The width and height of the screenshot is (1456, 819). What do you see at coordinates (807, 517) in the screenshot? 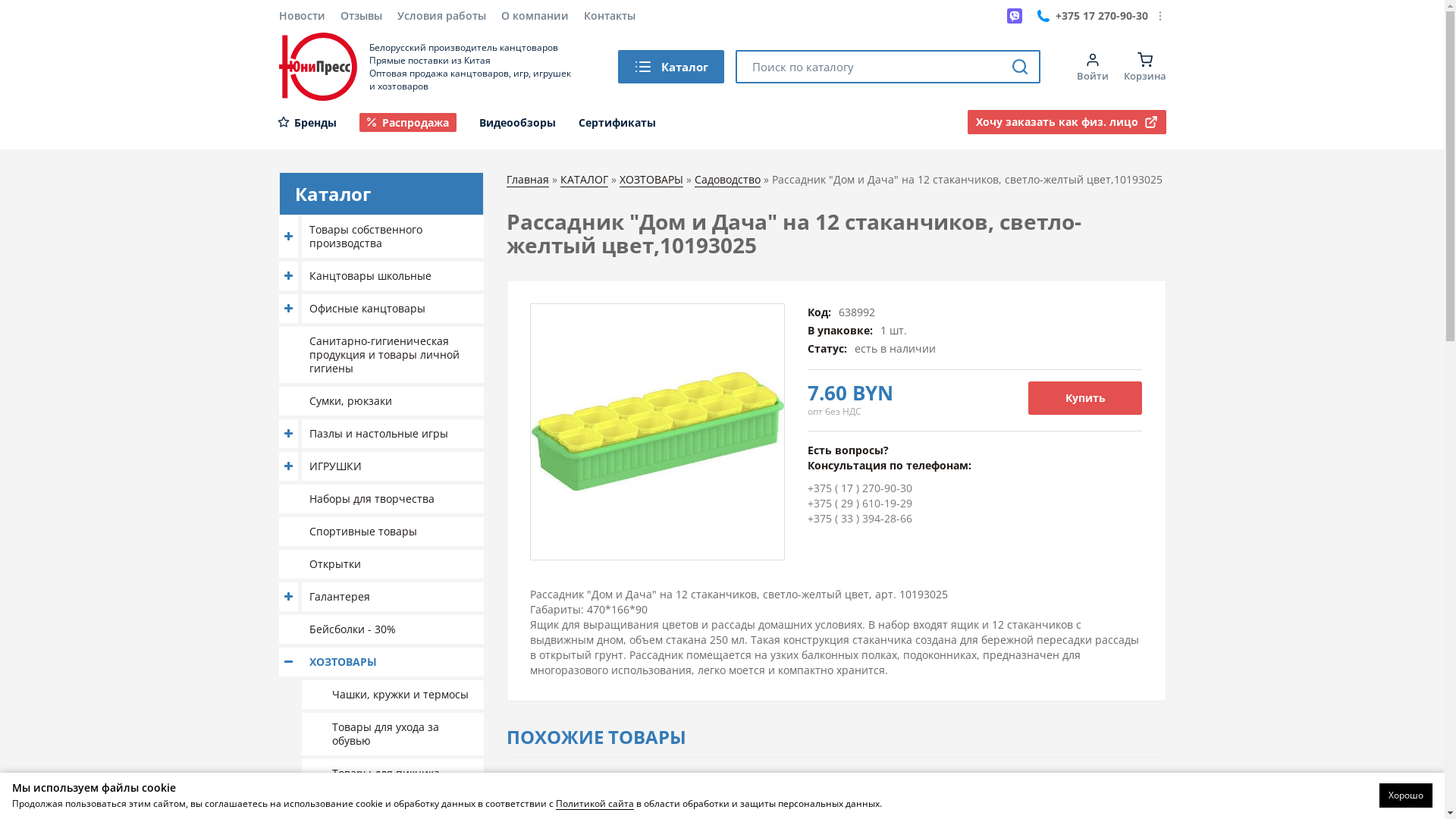
I see `'+375 ( 33 ) 394-28-66'` at bounding box center [807, 517].